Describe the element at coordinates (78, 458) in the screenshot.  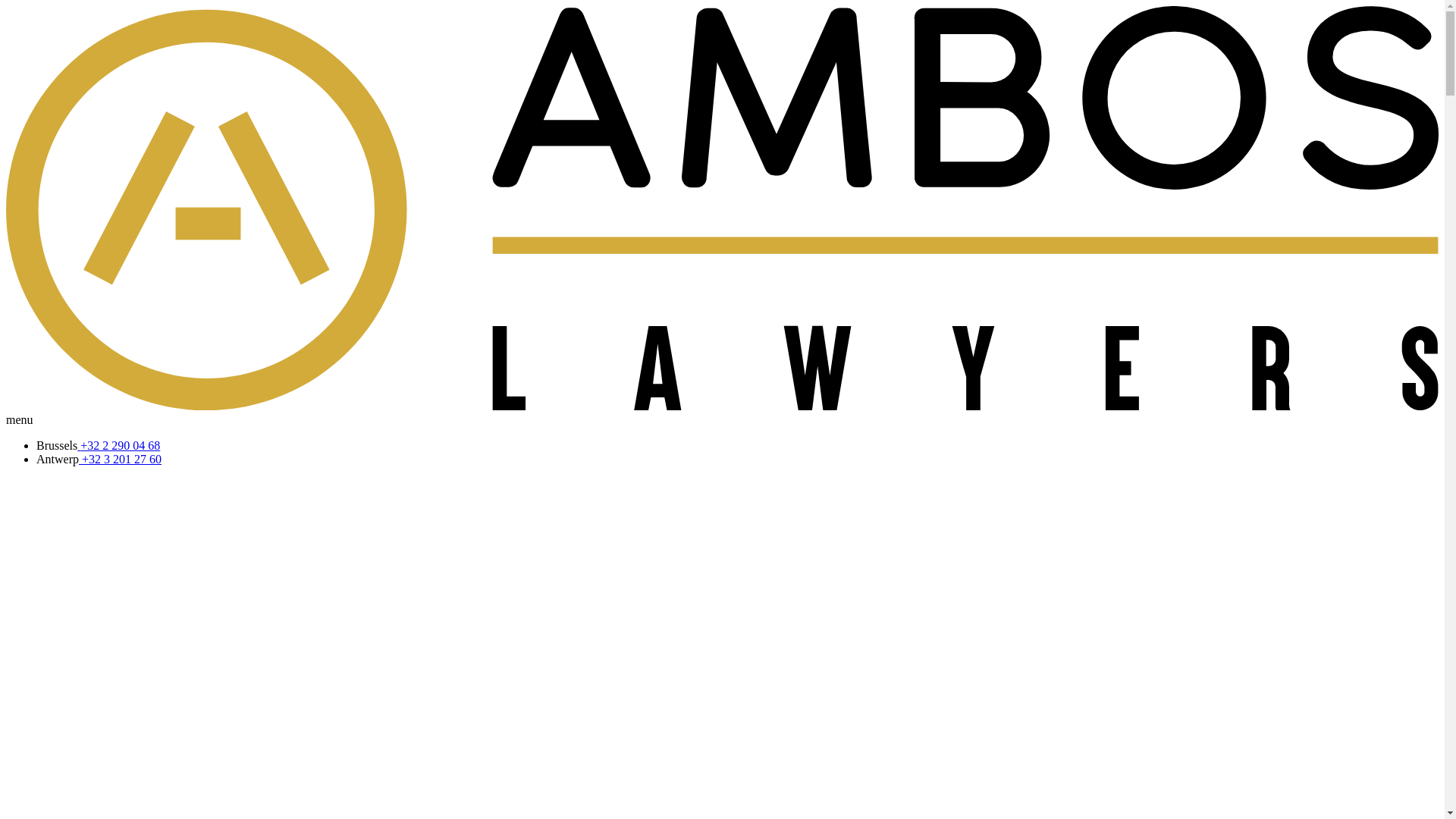
I see `'+32 3 201 27 60'` at that location.